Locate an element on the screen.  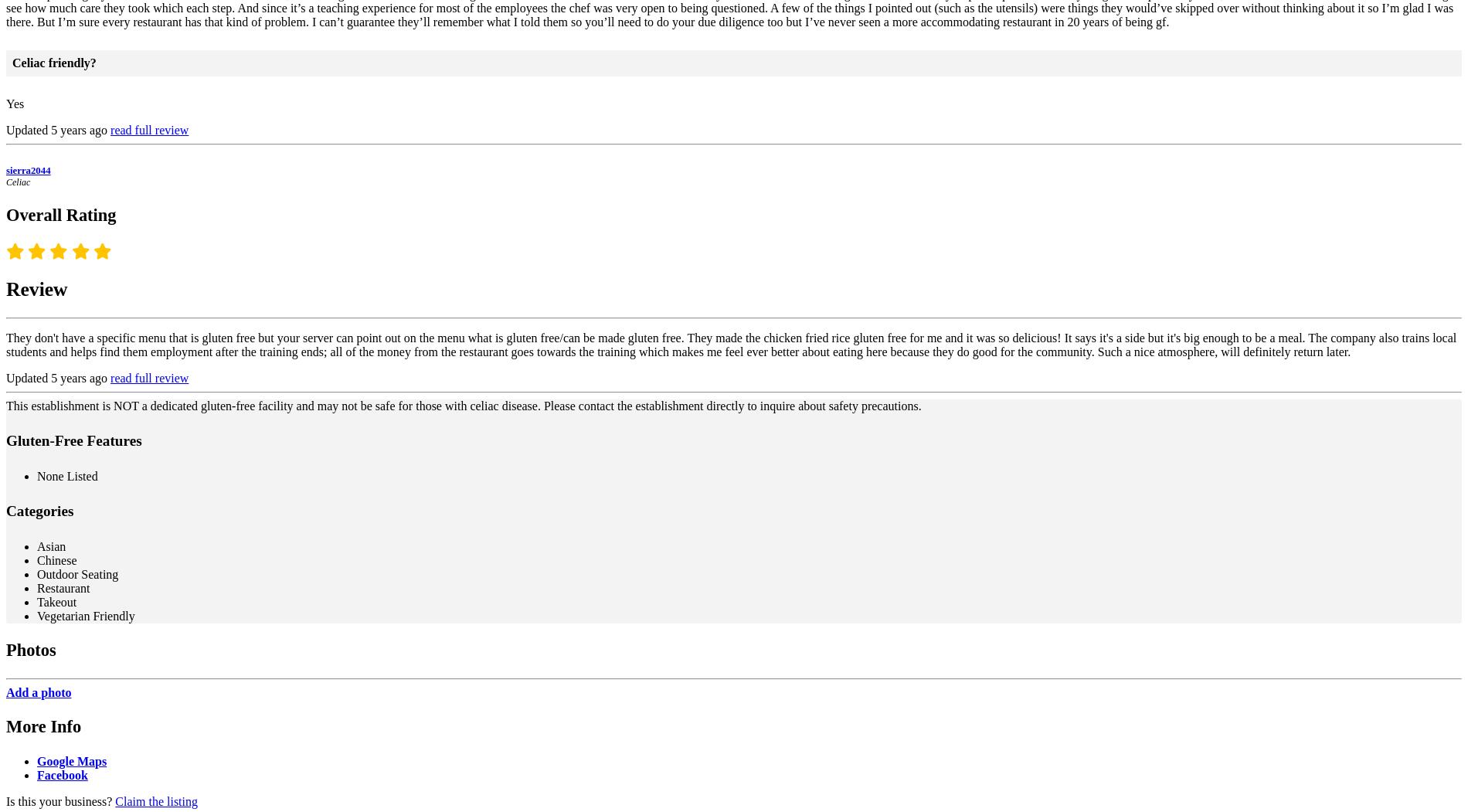
'Add a photo' is located at coordinates (5, 691).